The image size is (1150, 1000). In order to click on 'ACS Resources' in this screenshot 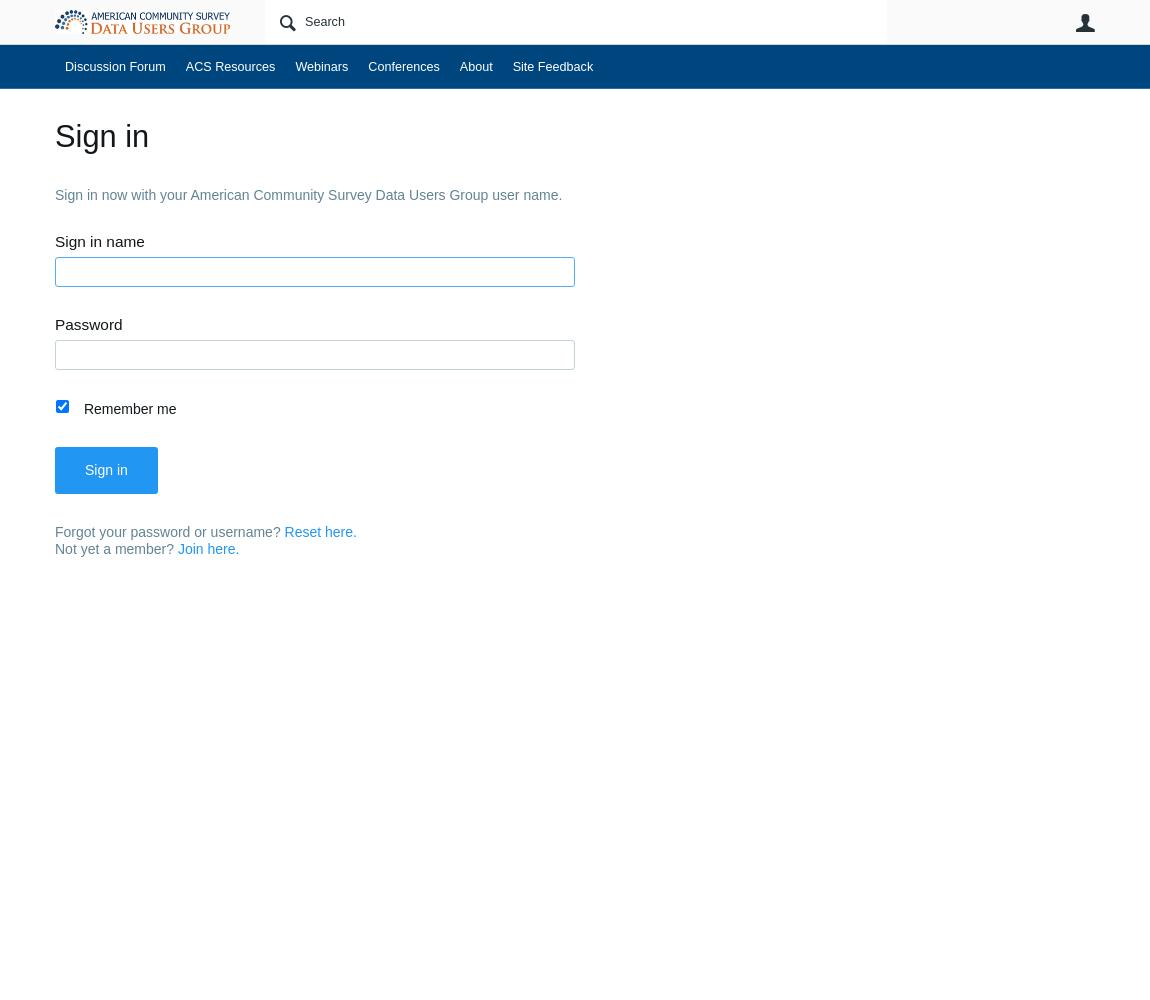, I will do `click(229, 66)`.